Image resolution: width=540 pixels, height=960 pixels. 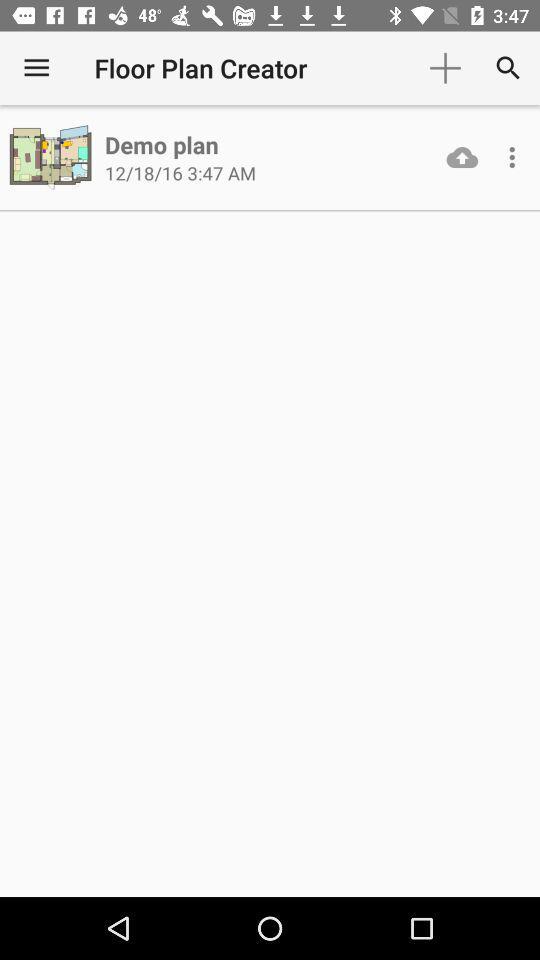 What do you see at coordinates (52, 156) in the screenshot?
I see `item to the left of demo plan icon` at bounding box center [52, 156].